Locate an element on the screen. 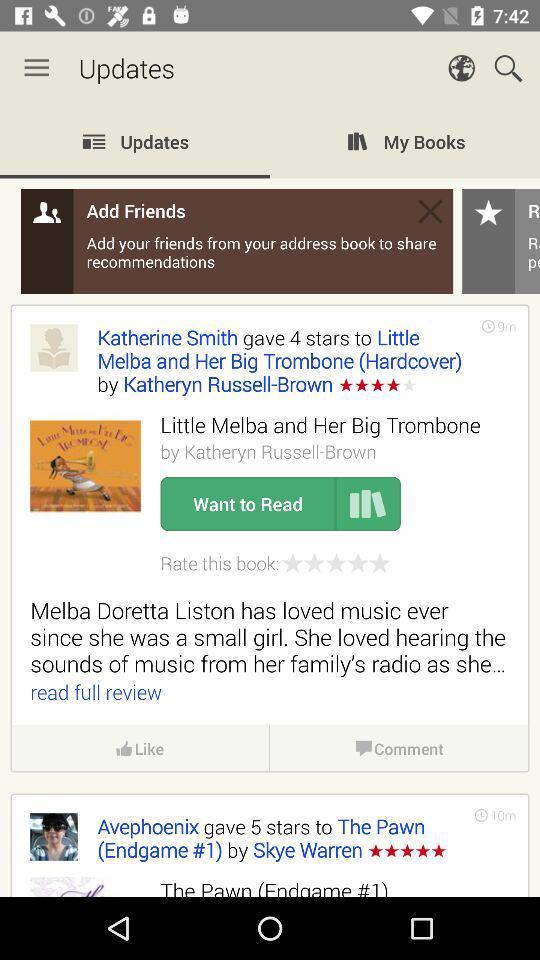  the want to read item is located at coordinates (247, 503).